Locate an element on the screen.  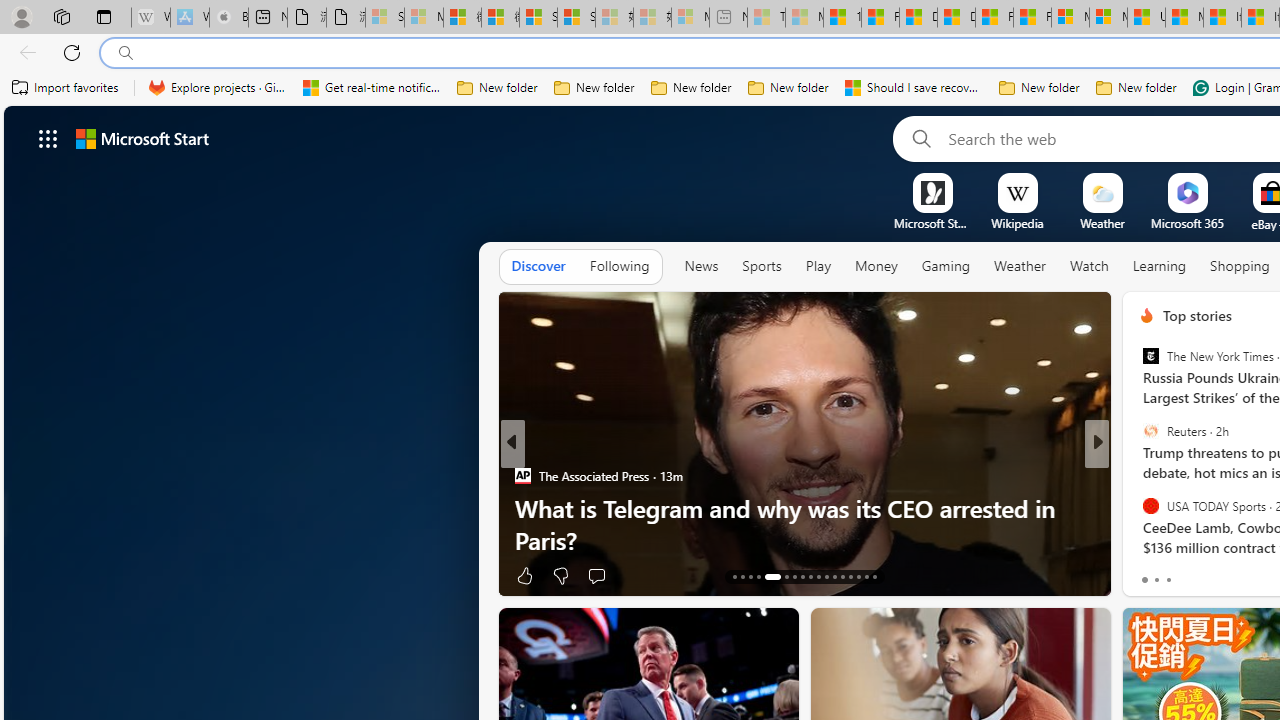
'AutomationID: tab-18' is located at coordinates (781, 577).